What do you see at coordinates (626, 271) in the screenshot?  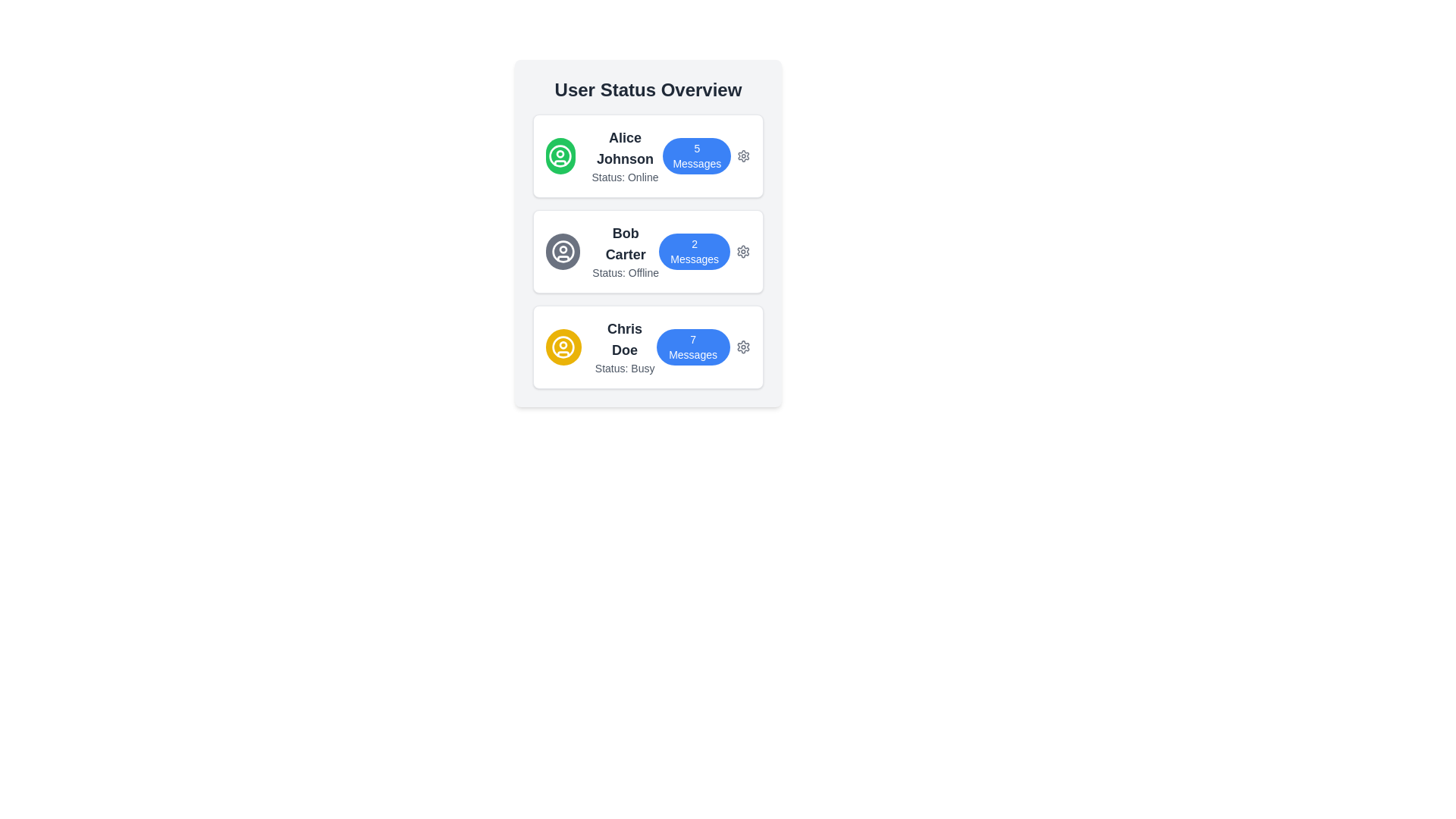 I see `the text label indicating the online status of 'Bob Carter', which is positioned below the name in the second card of the overview list` at bounding box center [626, 271].